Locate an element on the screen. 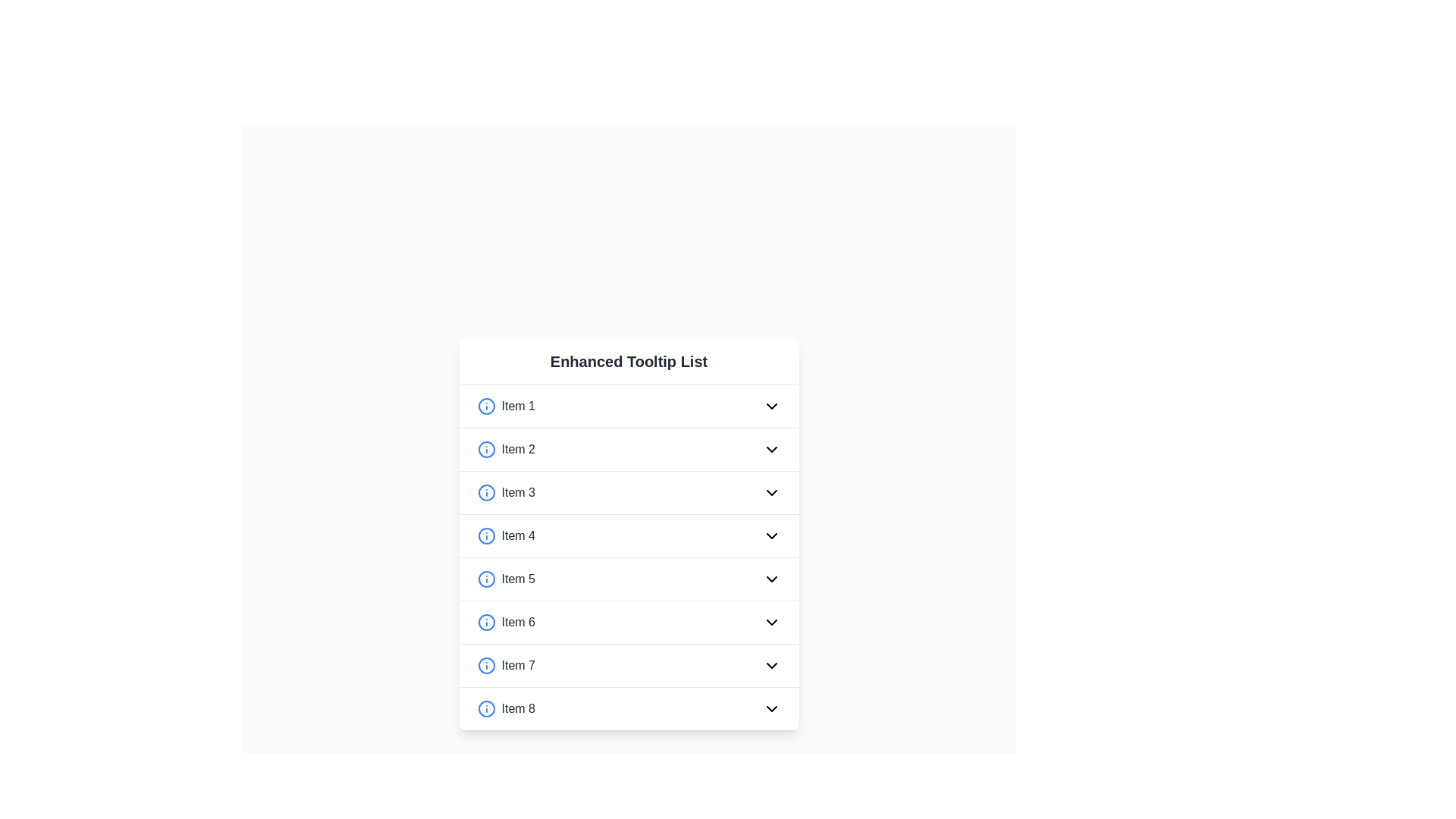 The image size is (1456, 819). the circular icon with a blue outline associated with 'Item 5', located at the far left of its row is located at coordinates (486, 579).